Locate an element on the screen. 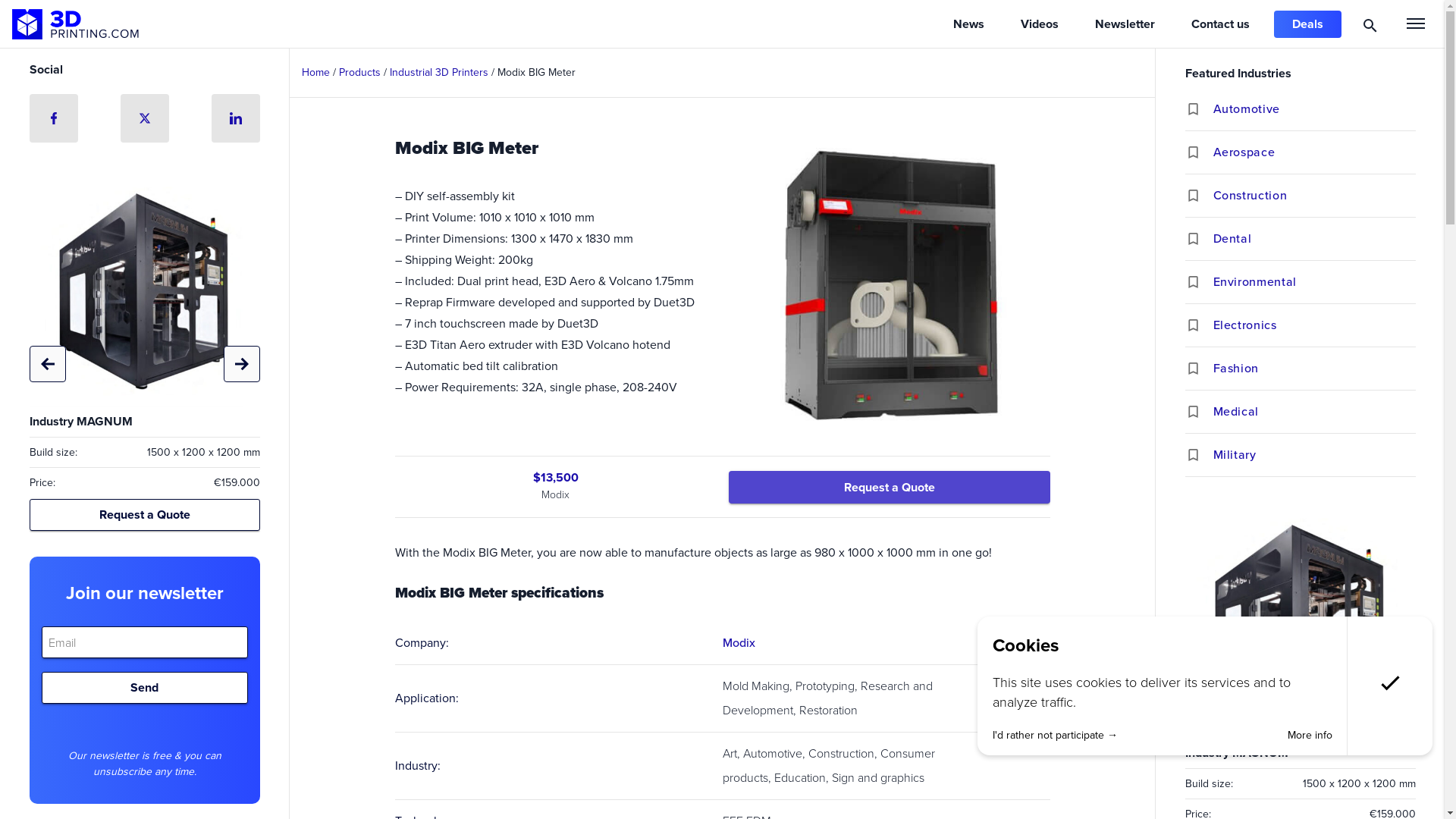 This screenshot has height=819, width=1456. 'Send' is located at coordinates (144, 687).